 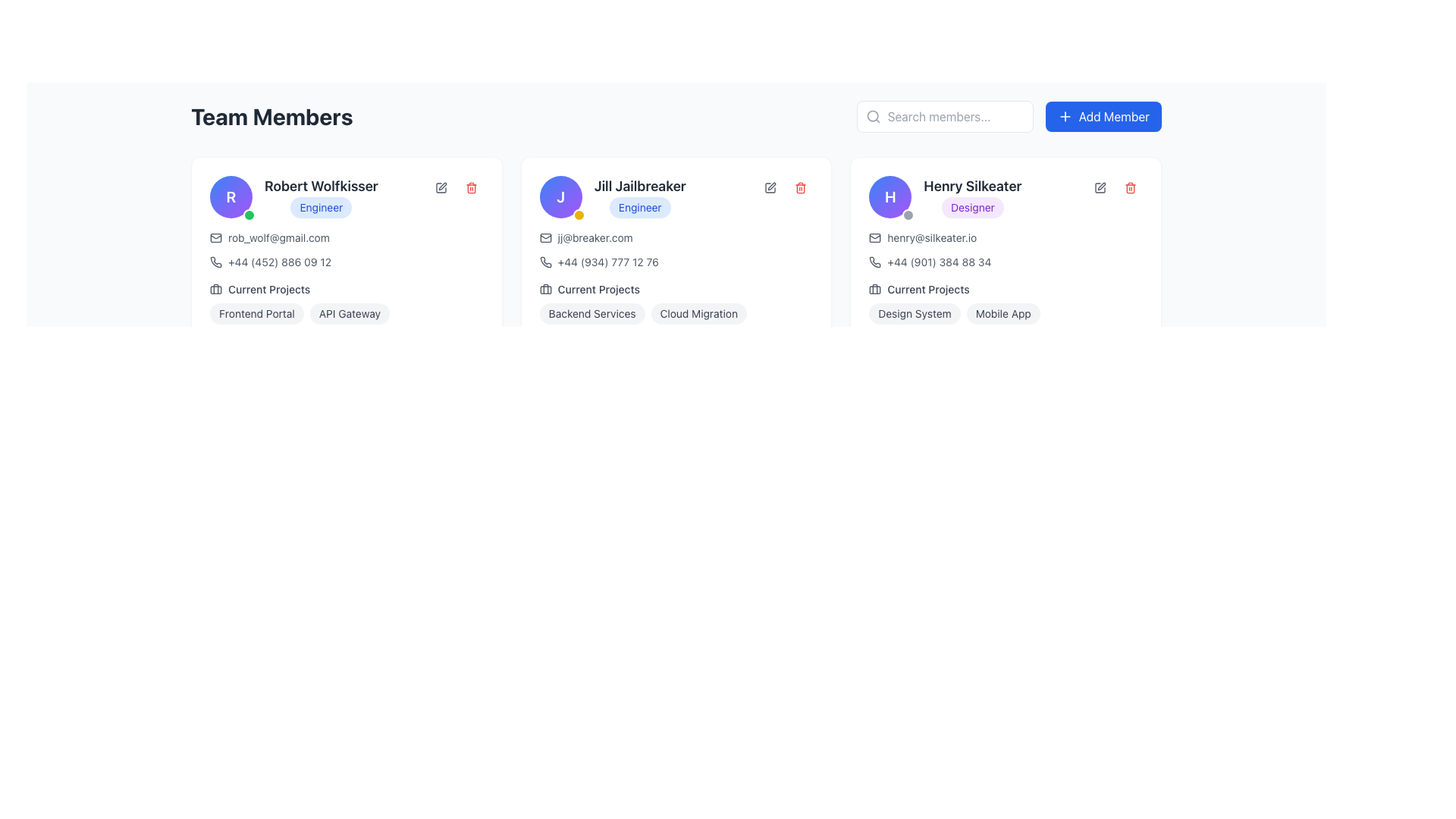 I want to click on text displayed in the section with tags representing the active projects associated with 'Jill Jailbreaker', located in the lower central area of the card beneath the email and phone number details, so click(x=676, y=303).